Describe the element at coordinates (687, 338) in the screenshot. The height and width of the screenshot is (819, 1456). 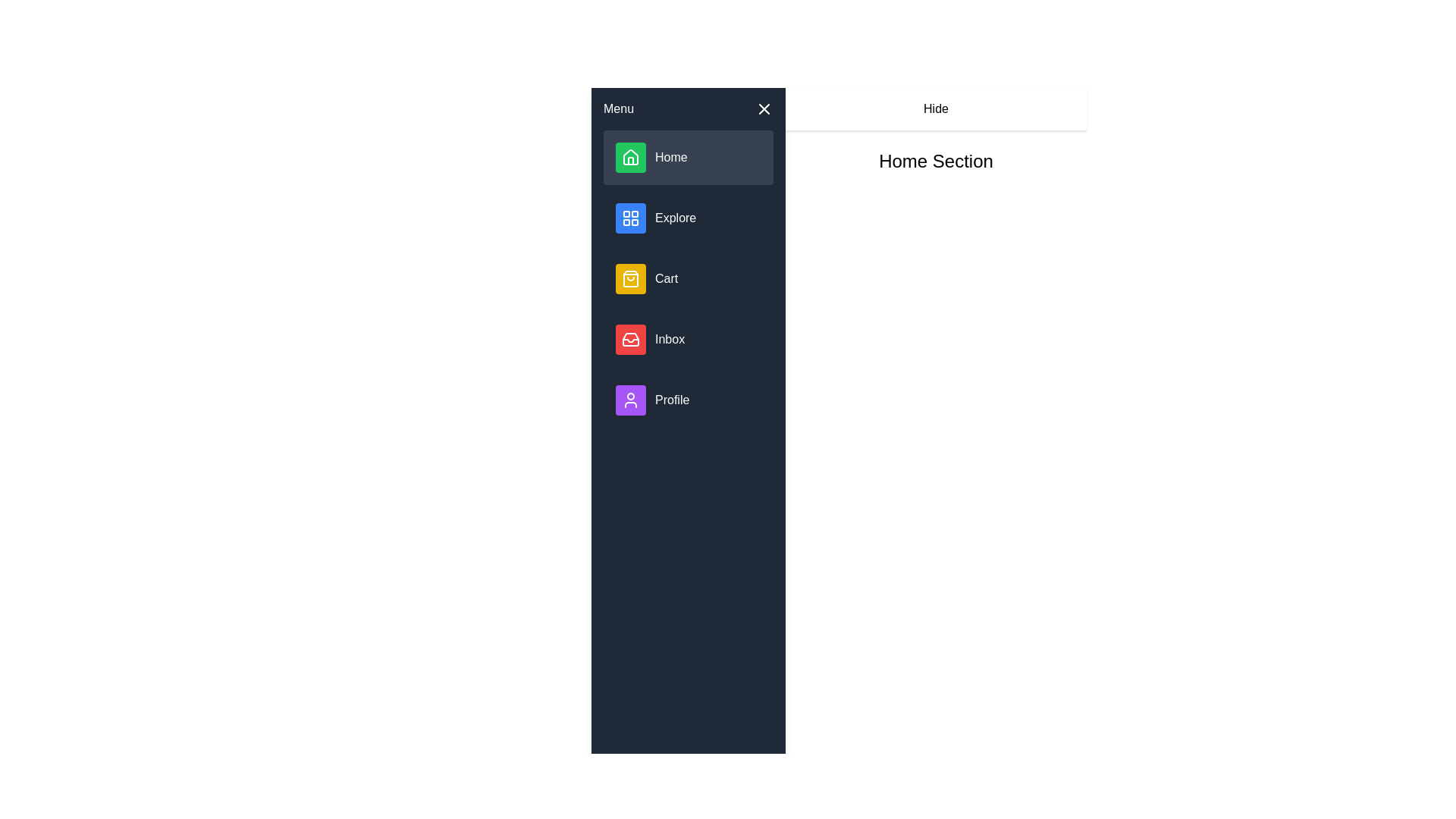
I see `the Inbox button, which is the fourth item in the vertical menu list on the left side of the interface, positioned below the Cart button and above the Profile button` at that location.